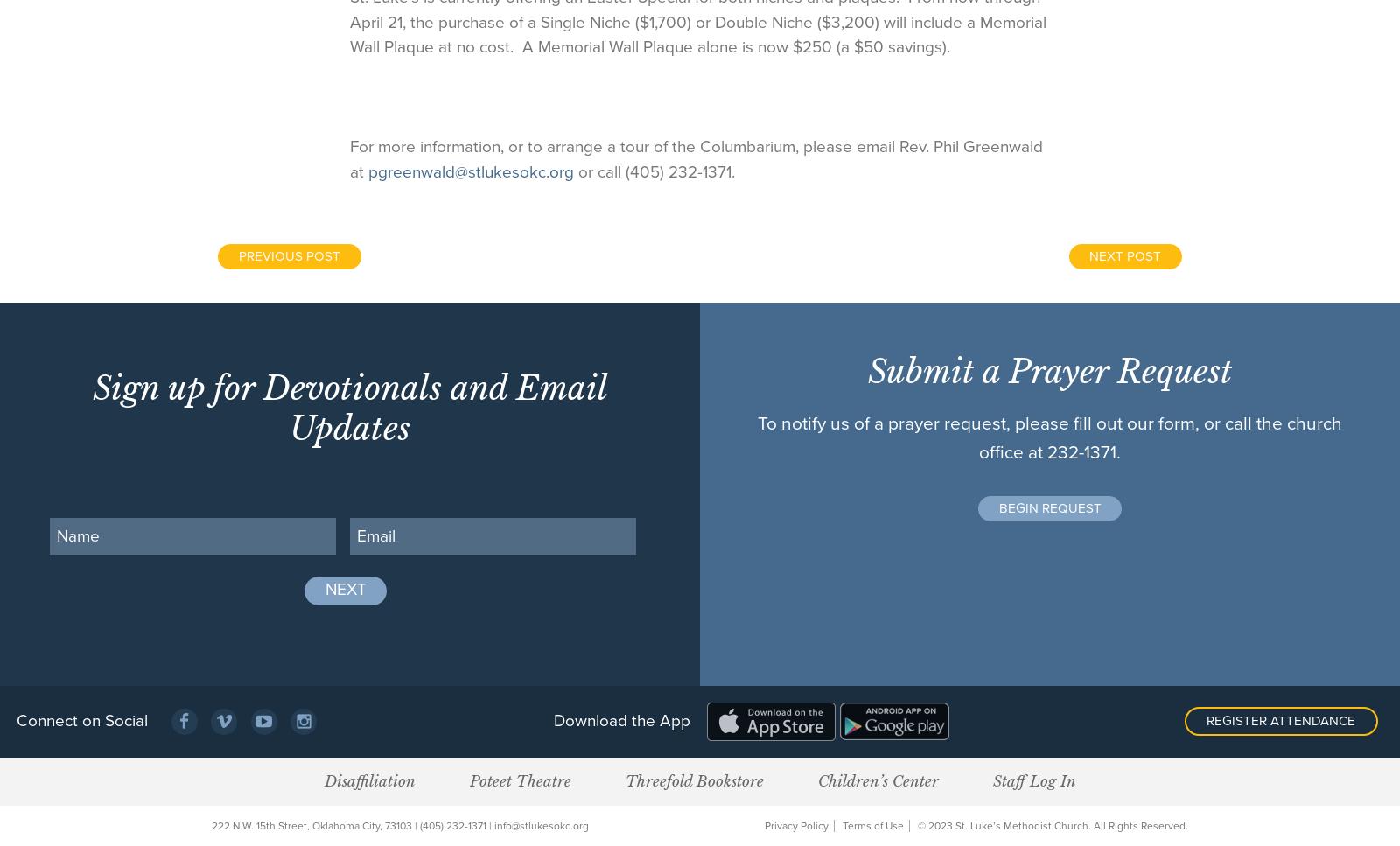 The image size is (1400, 846). What do you see at coordinates (795, 824) in the screenshot?
I see `'Privacy Policy'` at bounding box center [795, 824].